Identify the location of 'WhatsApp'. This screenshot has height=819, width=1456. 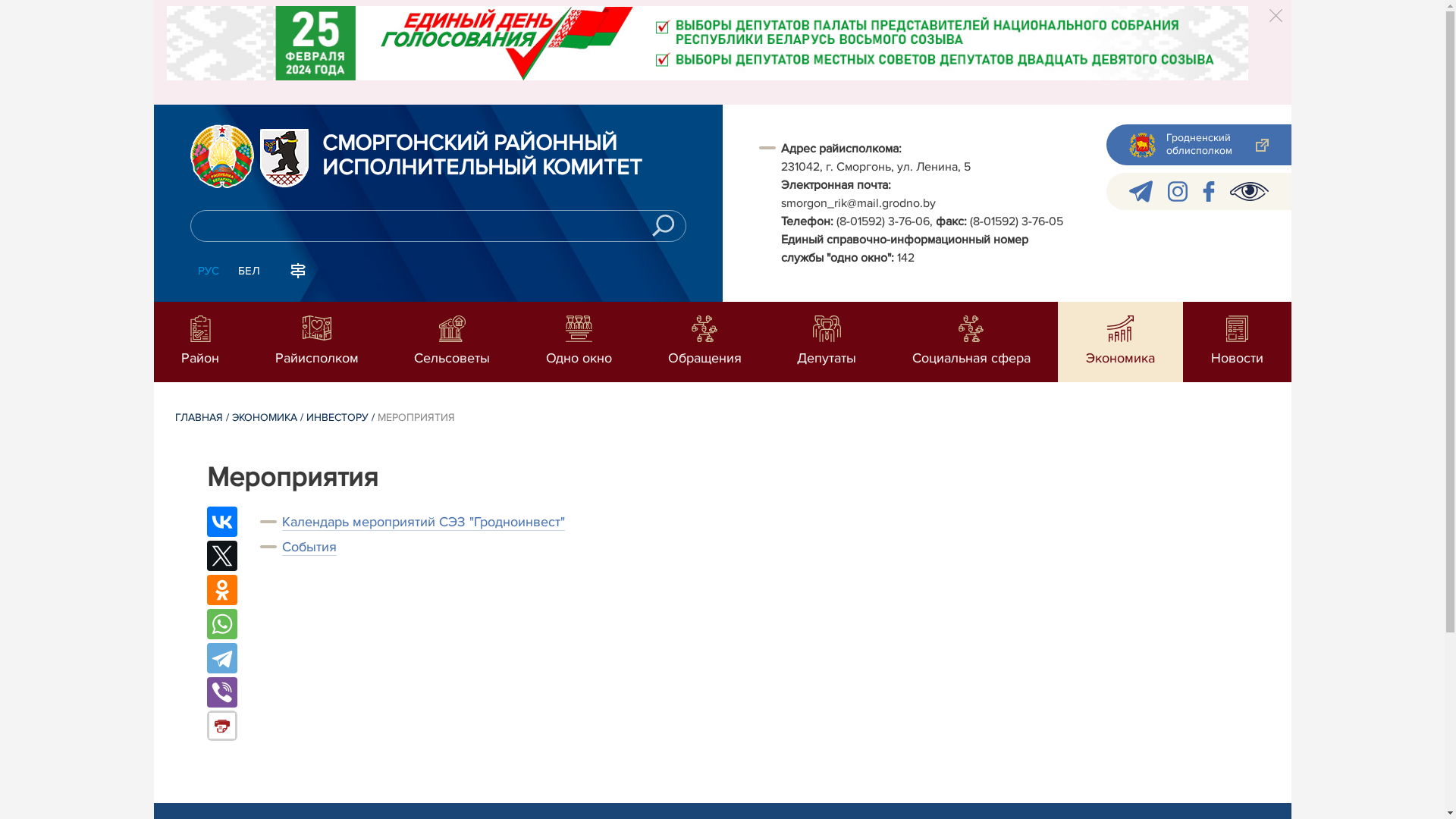
(221, 623).